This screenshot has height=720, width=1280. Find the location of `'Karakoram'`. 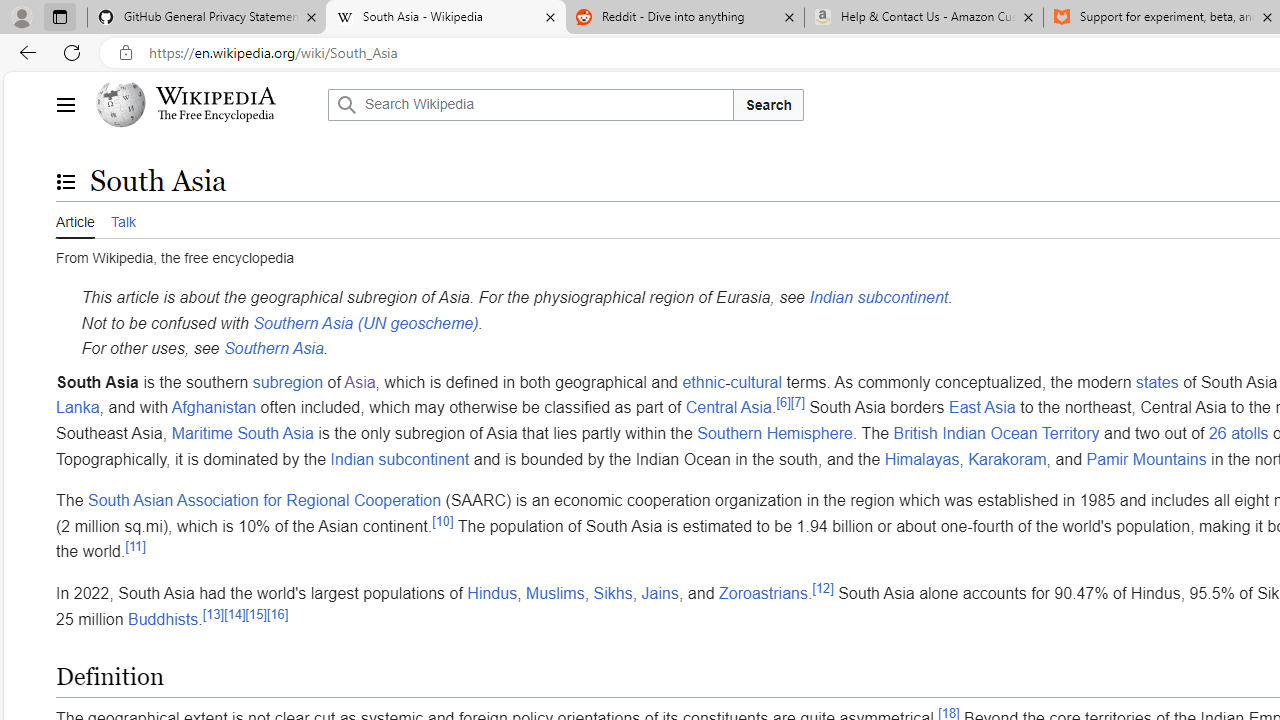

'Karakoram' is located at coordinates (1007, 458).